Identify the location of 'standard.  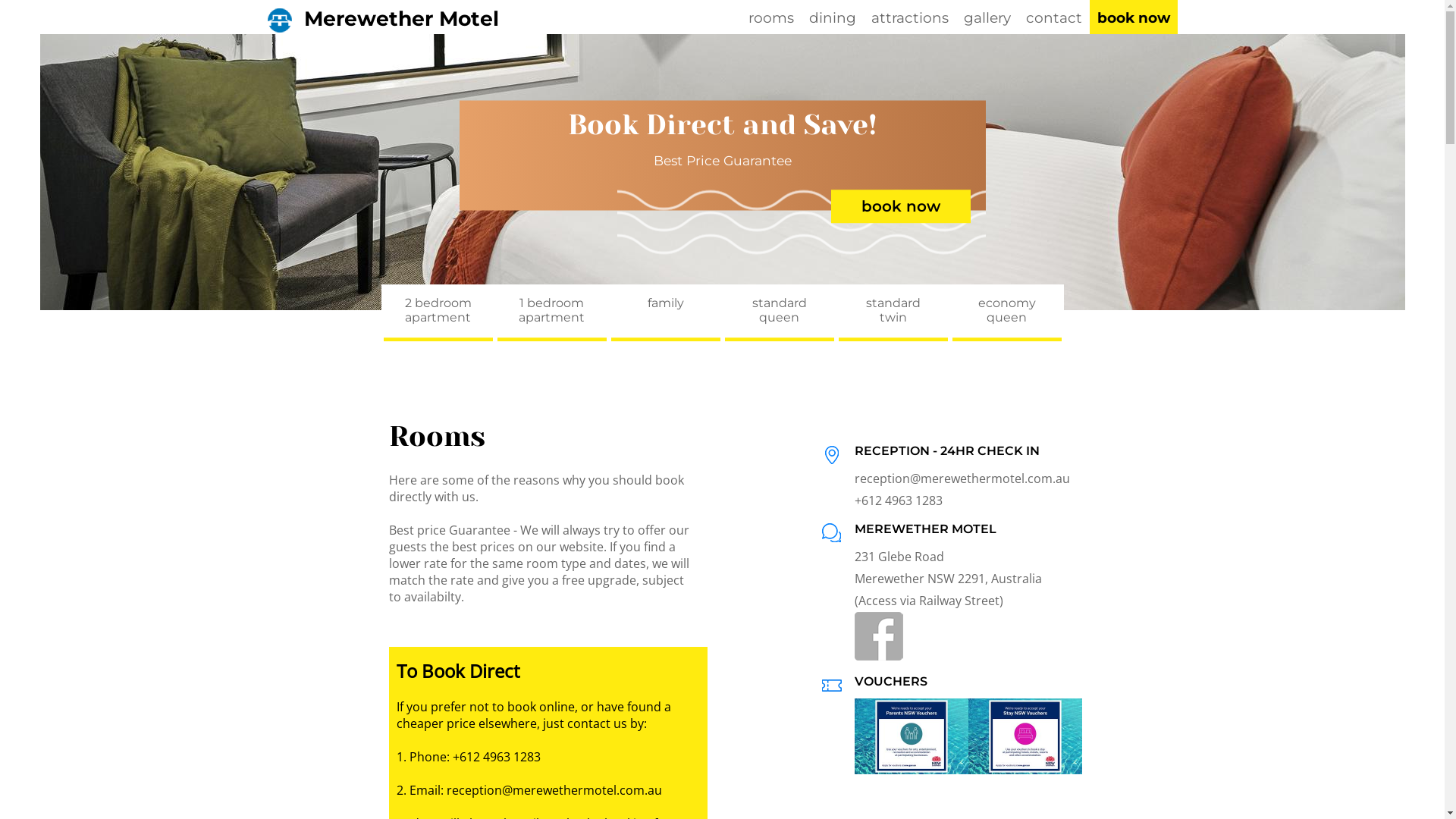
(892, 314).